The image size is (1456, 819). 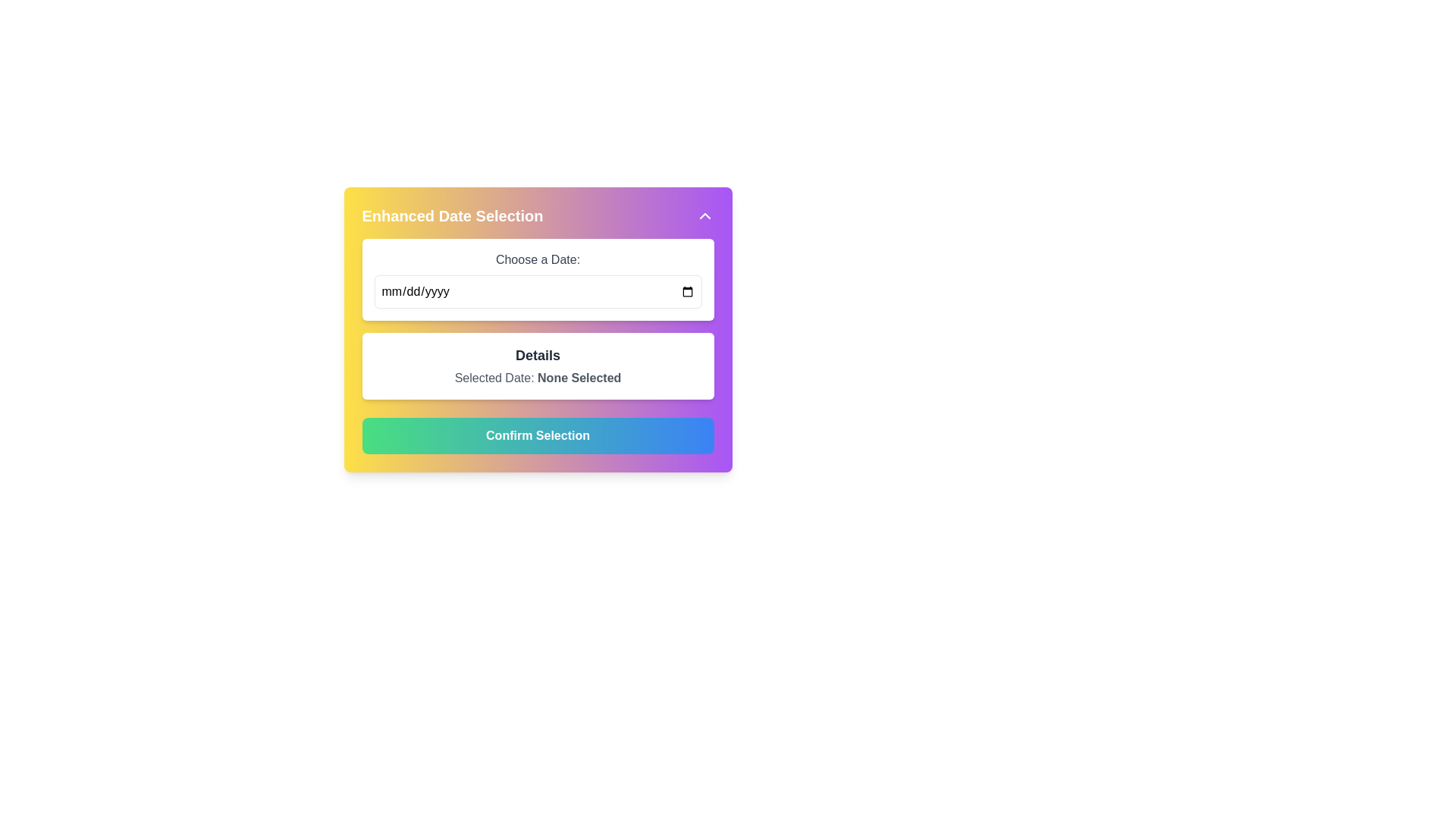 I want to click on the interactive collapse button in the header section to provide visual feedback, so click(x=538, y=216).